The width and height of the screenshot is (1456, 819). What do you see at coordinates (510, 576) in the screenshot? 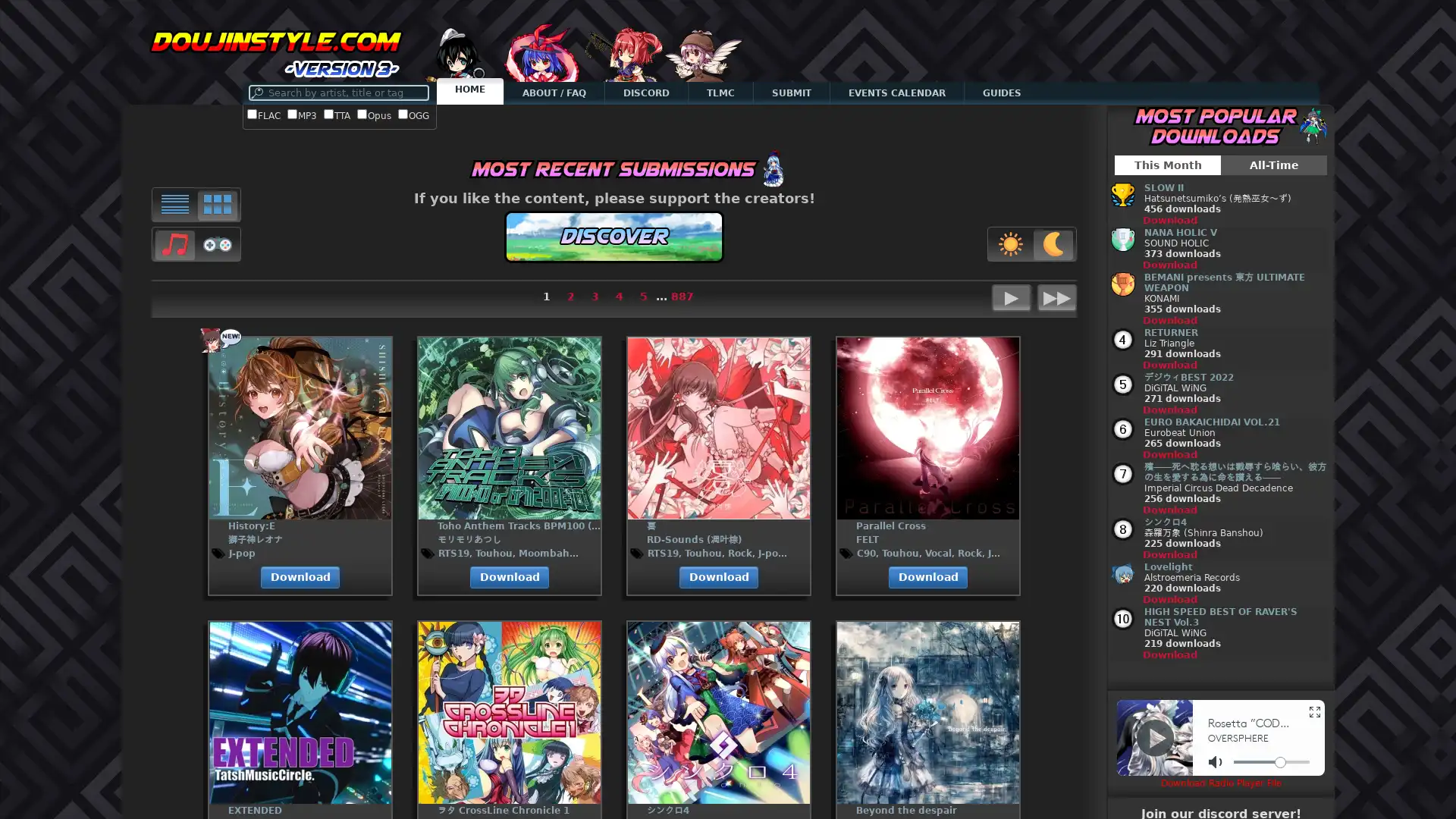
I see `Download` at bounding box center [510, 576].